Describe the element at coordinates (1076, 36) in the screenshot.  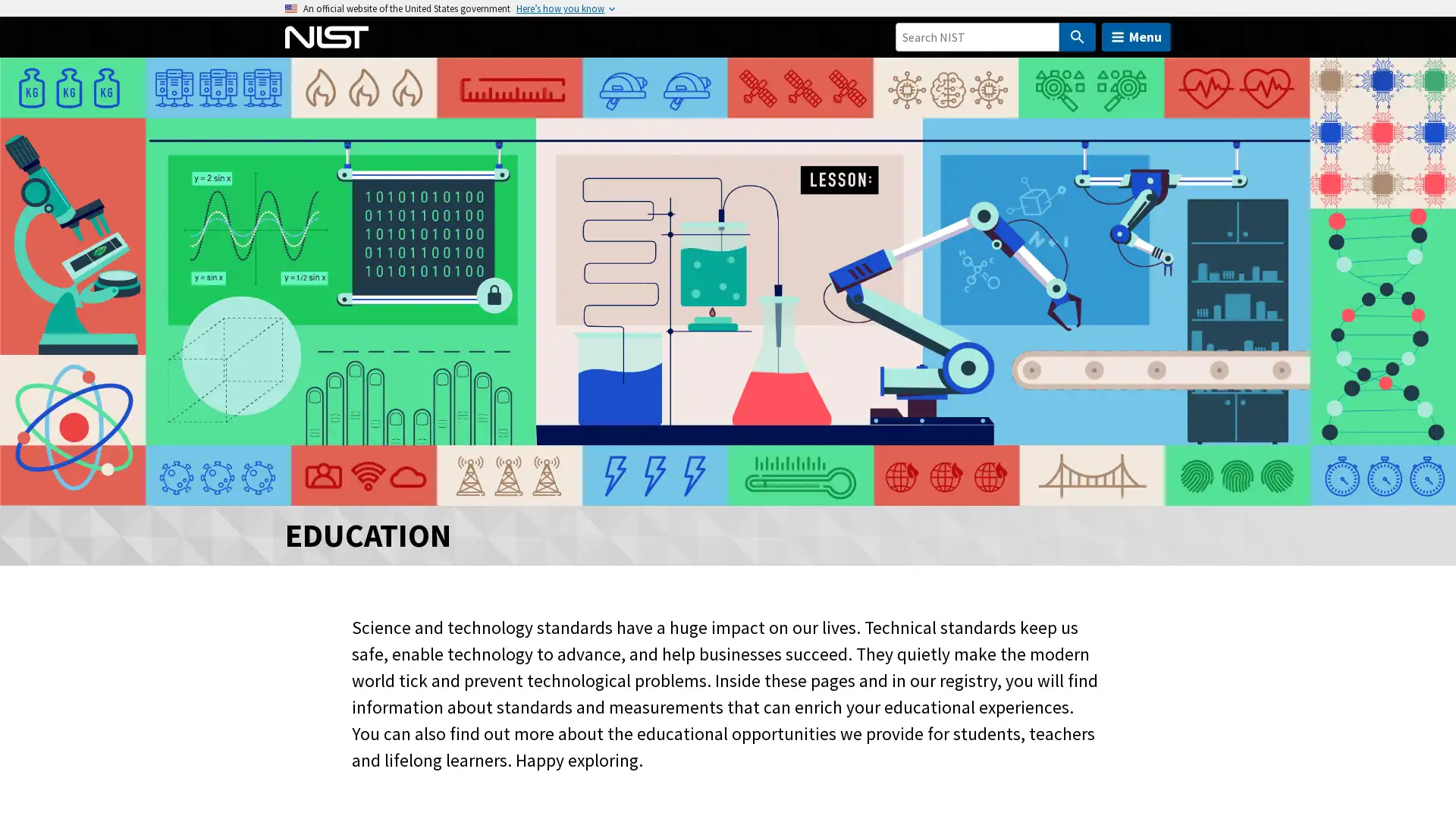
I see `Search` at that location.